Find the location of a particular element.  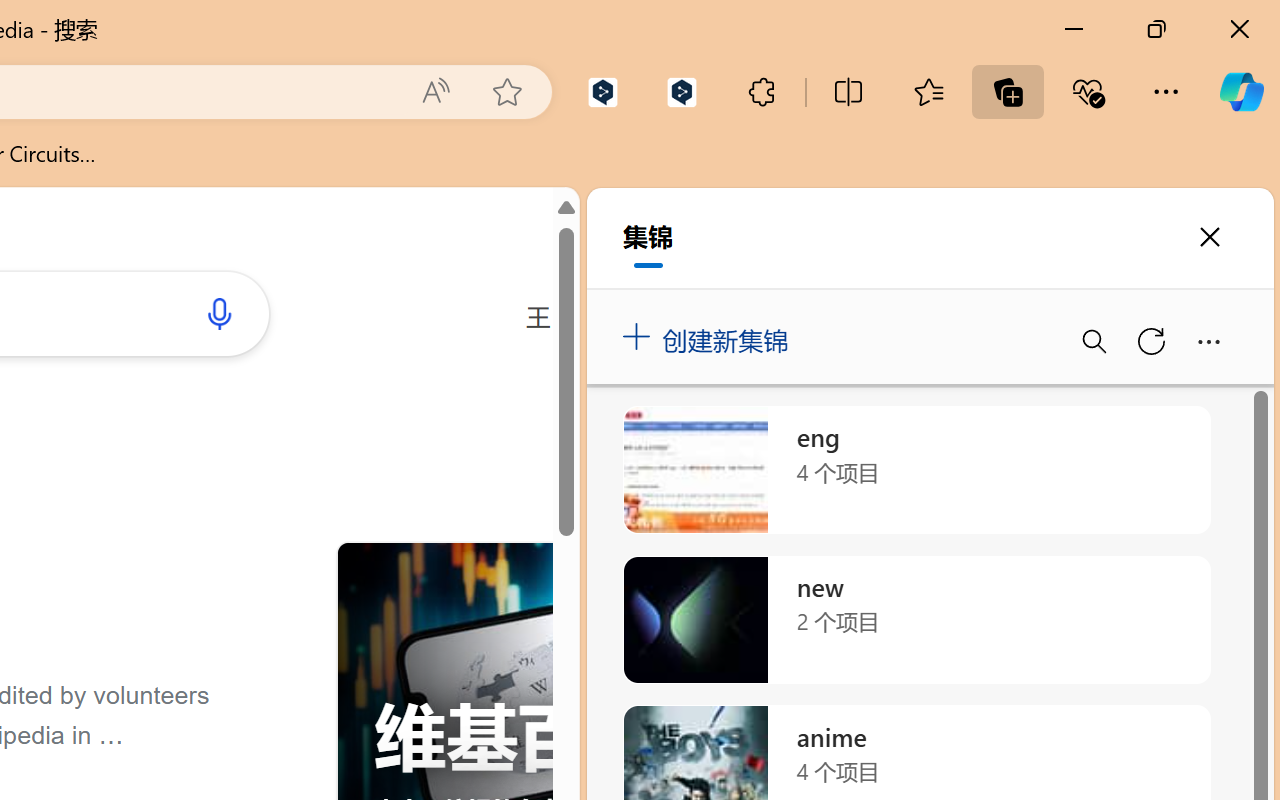

'Copilot (Ctrl+Shift+.)' is located at coordinates (1240, 91).